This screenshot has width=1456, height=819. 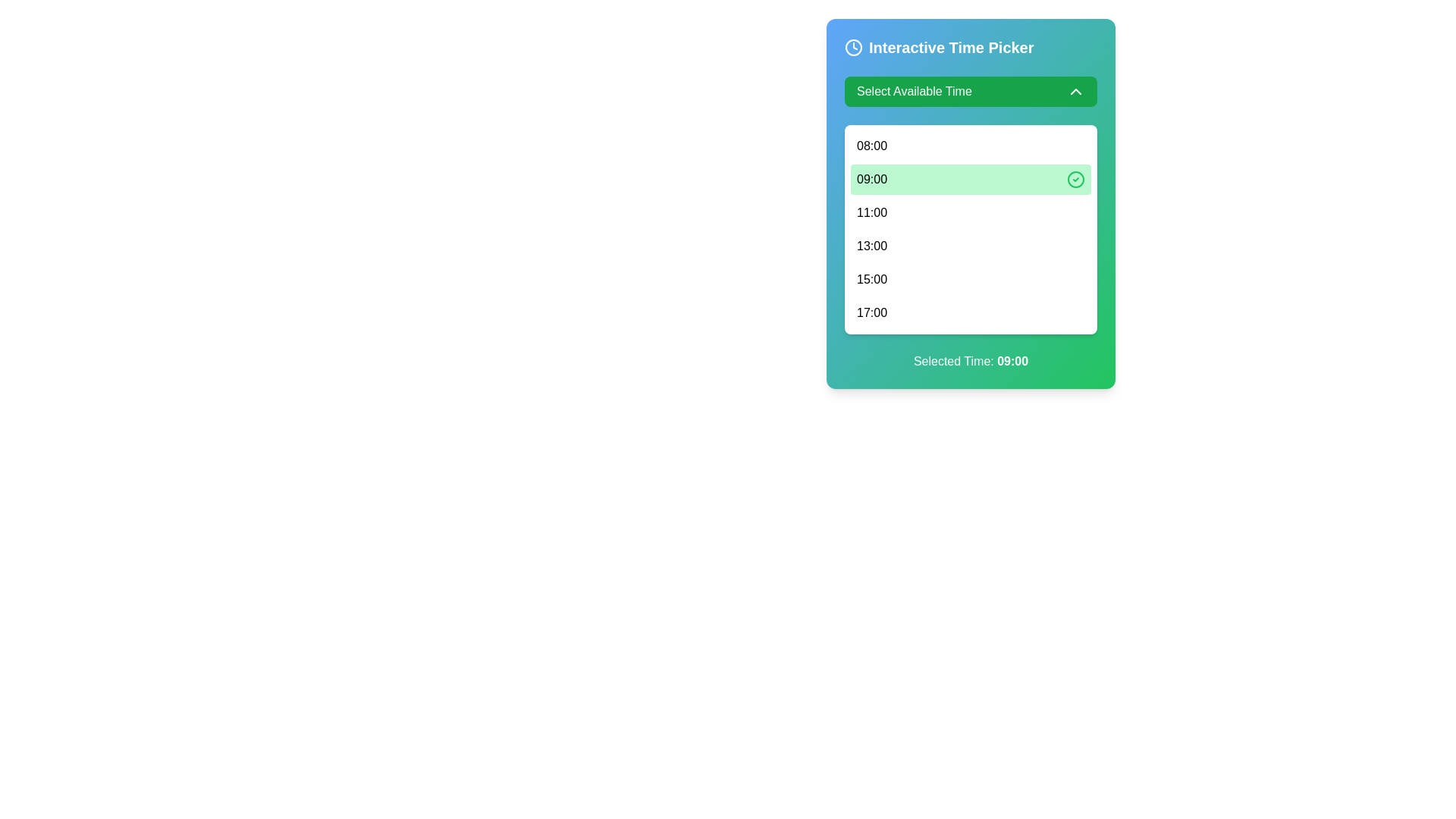 I want to click on the circular green icon with a checkmark inside, located on the right side of the '09:00' time slot, to check or uncheck the selection, so click(x=1075, y=178).